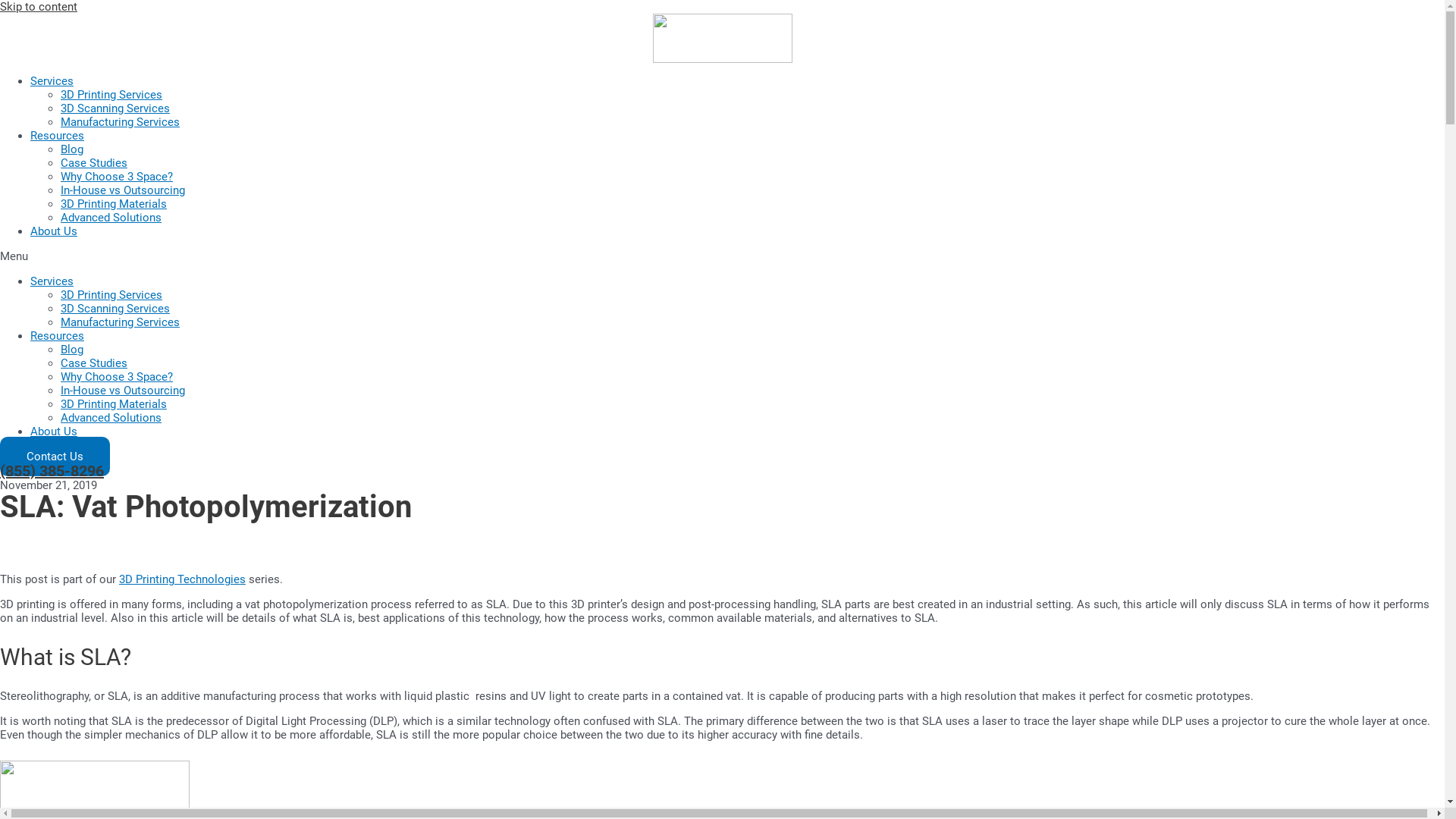 The image size is (1456, 819). Describe the element at coordinates (112, 403) in the screenshot. I see `'3D Printing Materials'` at that location.